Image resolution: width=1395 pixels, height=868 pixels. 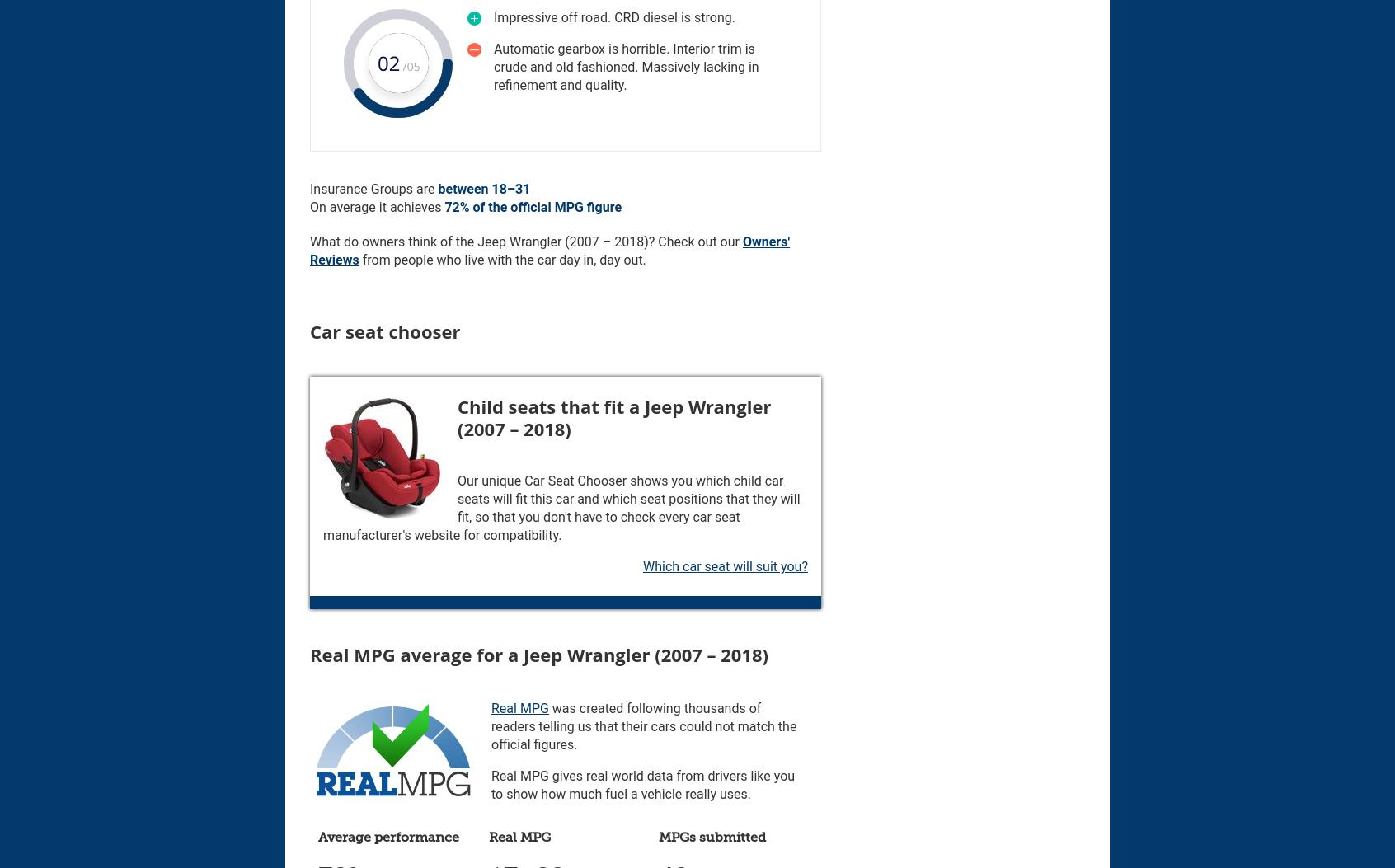 I want to click on 'Real MPG average for a Jeep Wrangler (2007 – 2018)', so click(x=538, y=654).